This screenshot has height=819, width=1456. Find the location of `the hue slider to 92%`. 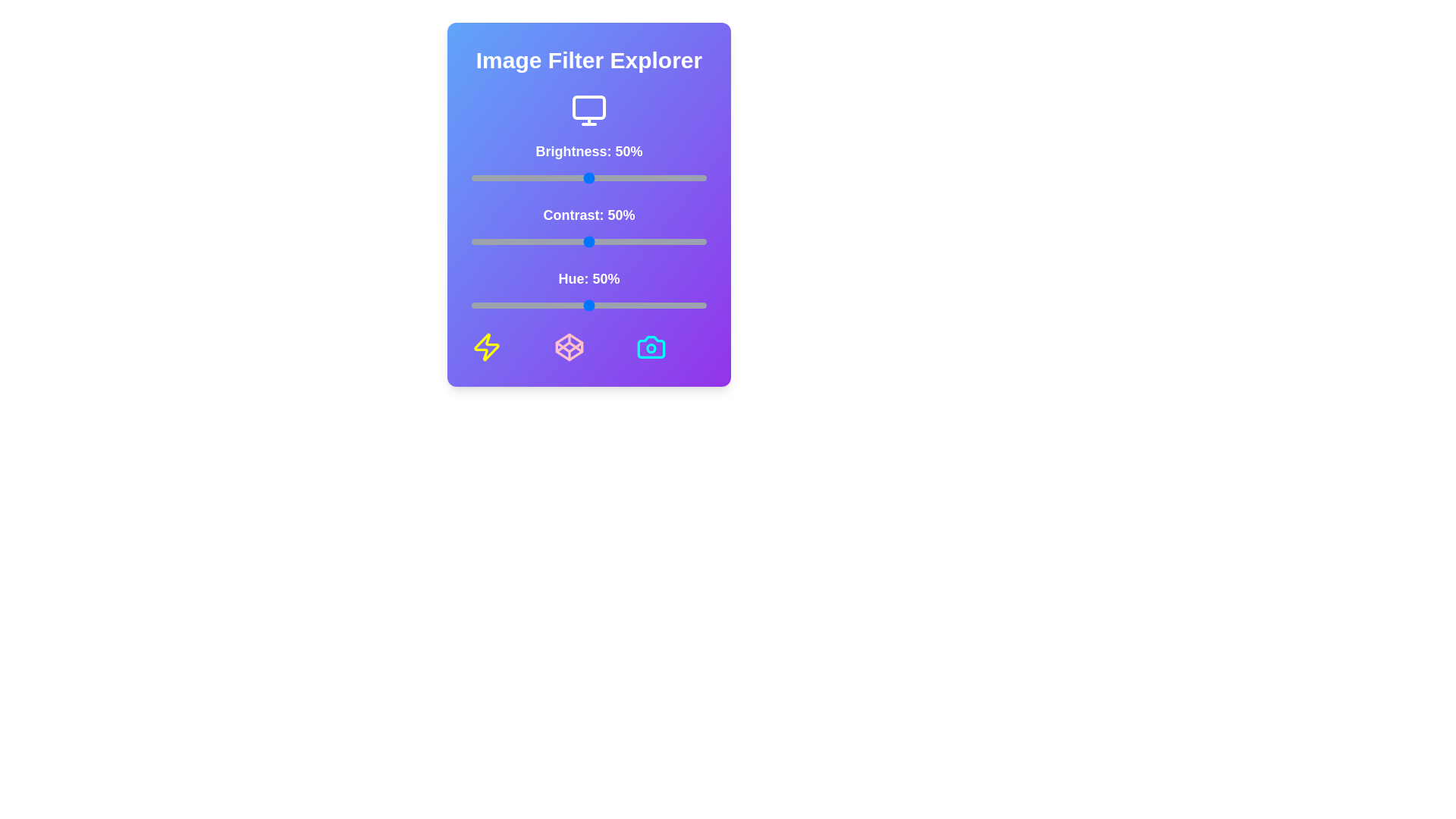

the hue slider to 92% is located at coordinates (687, 305).